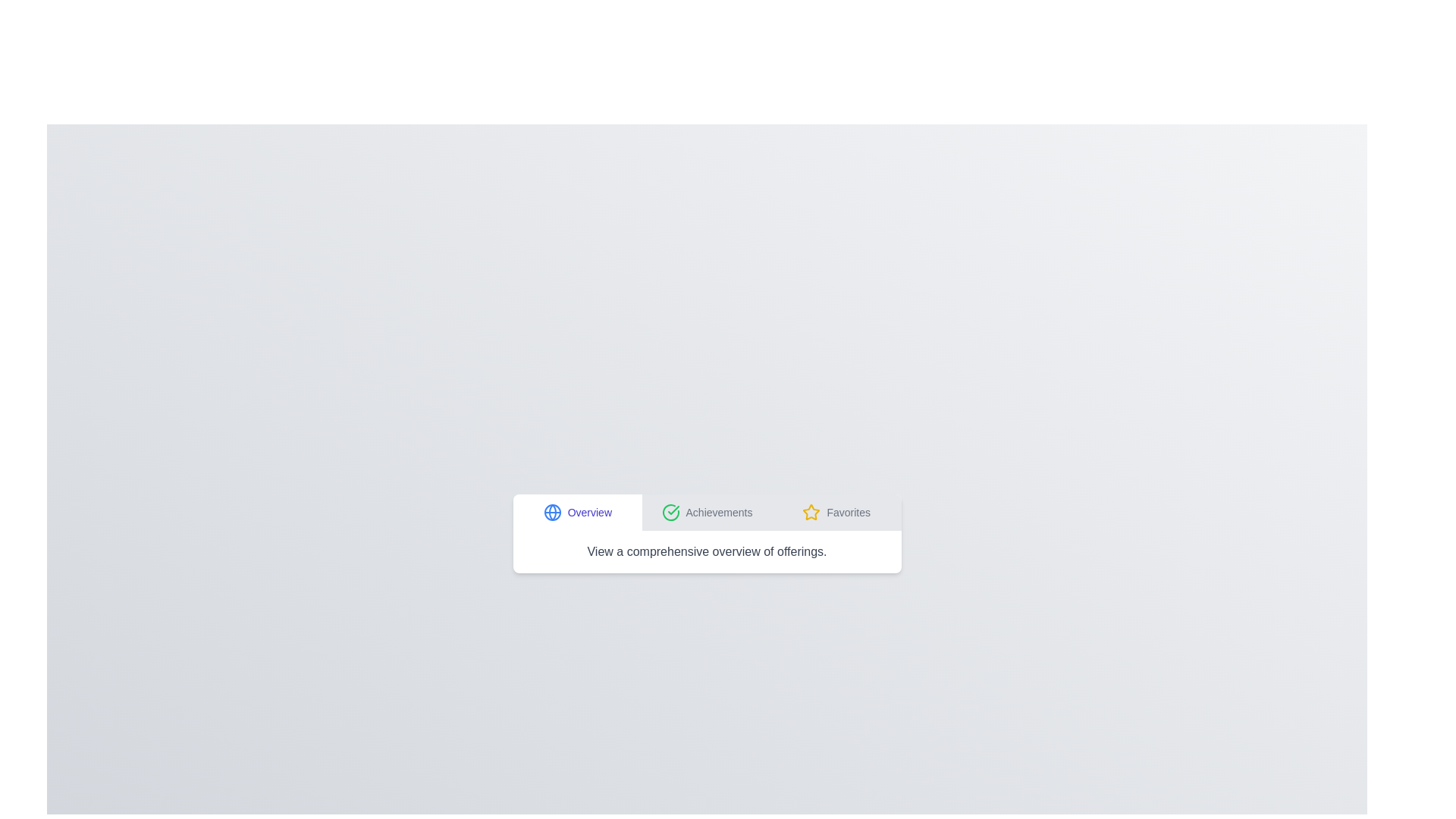 The width and height of the screenshot is (1456, 819). Describe the element at coordinates (576, 512) in the screenshot. I see `the tab labeled Overview` at that location.